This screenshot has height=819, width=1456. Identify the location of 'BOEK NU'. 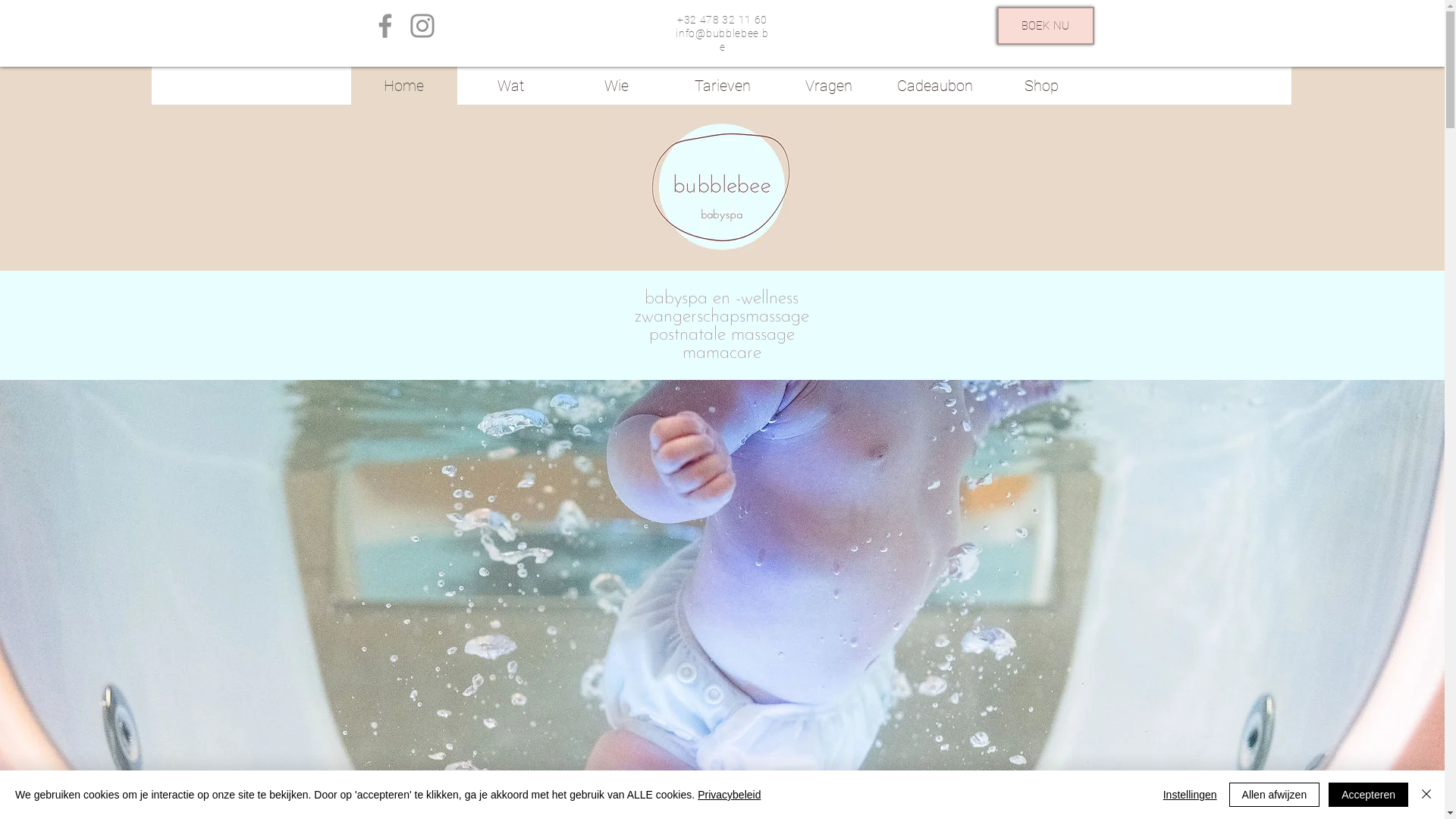
(1043, 26).